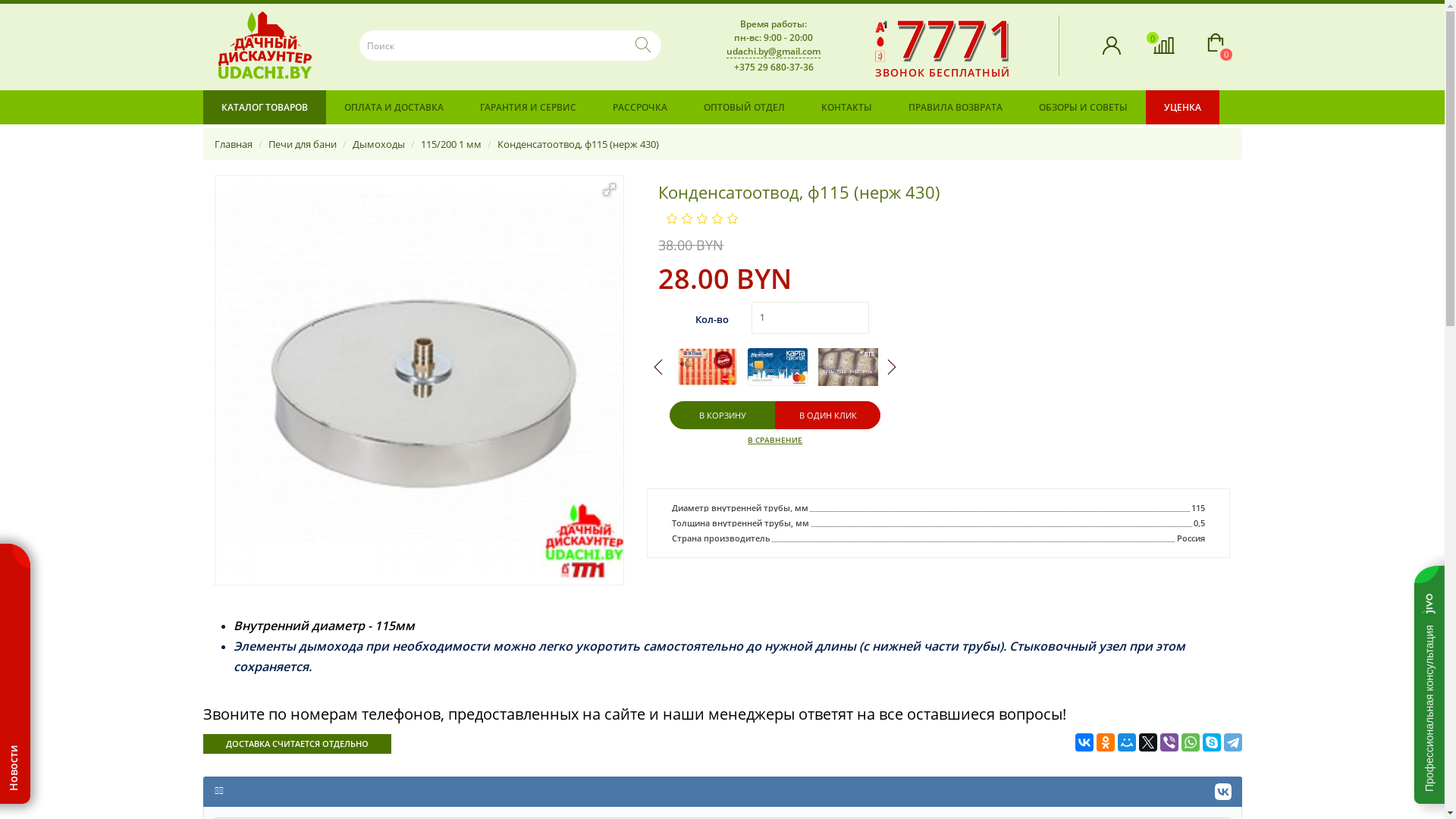  Describe the element at coordinates (726, 49) in the screenshot. I see `'udachi.by@gmail.com'` at that location.